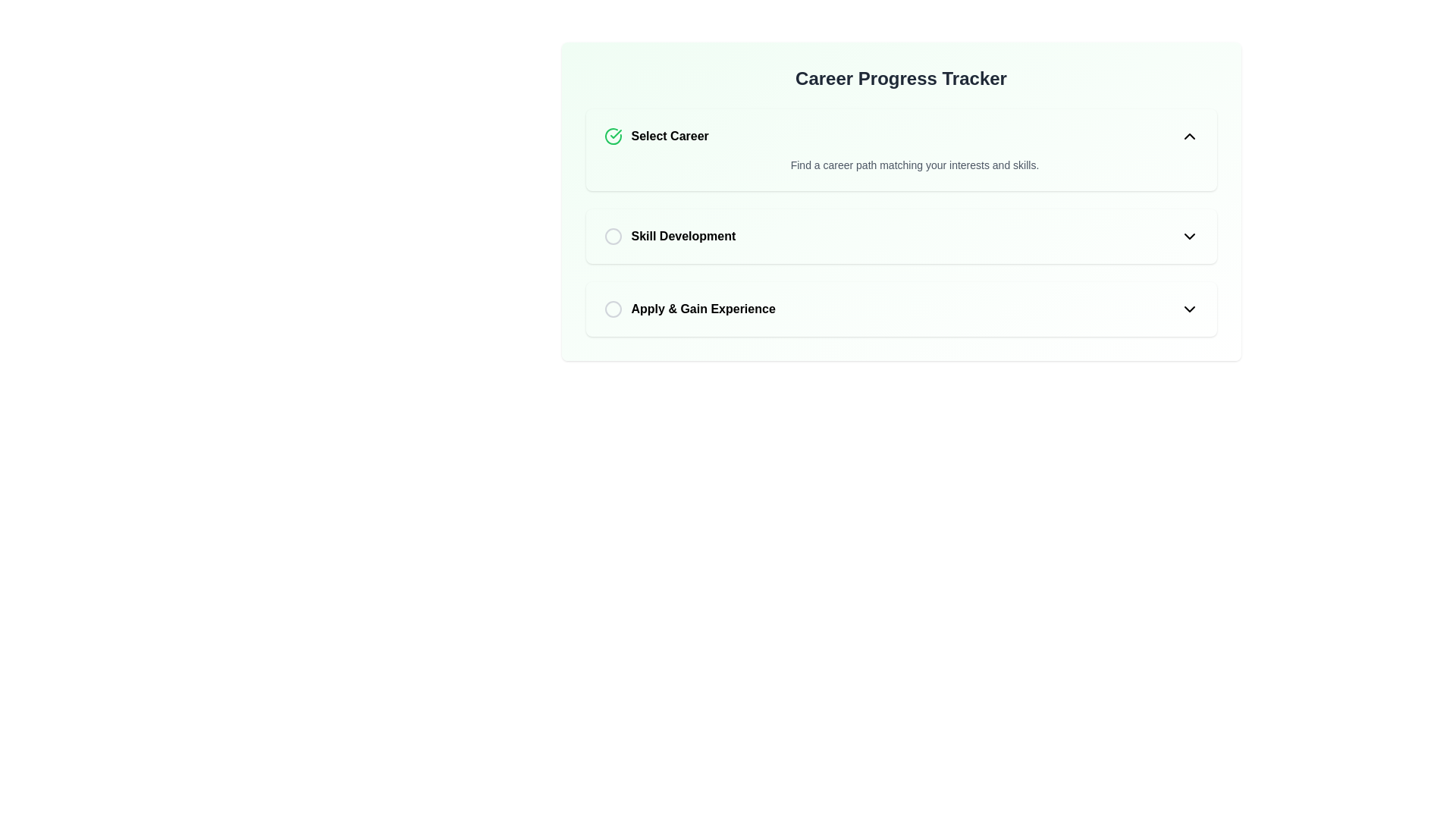 The width and height of the screenshot is (1456, 819). Describe the element at coordinates (1188, 237) in the screenshot. I see `the chevron-down icon located at the right edge of the 'Skill Development' section` at that location.